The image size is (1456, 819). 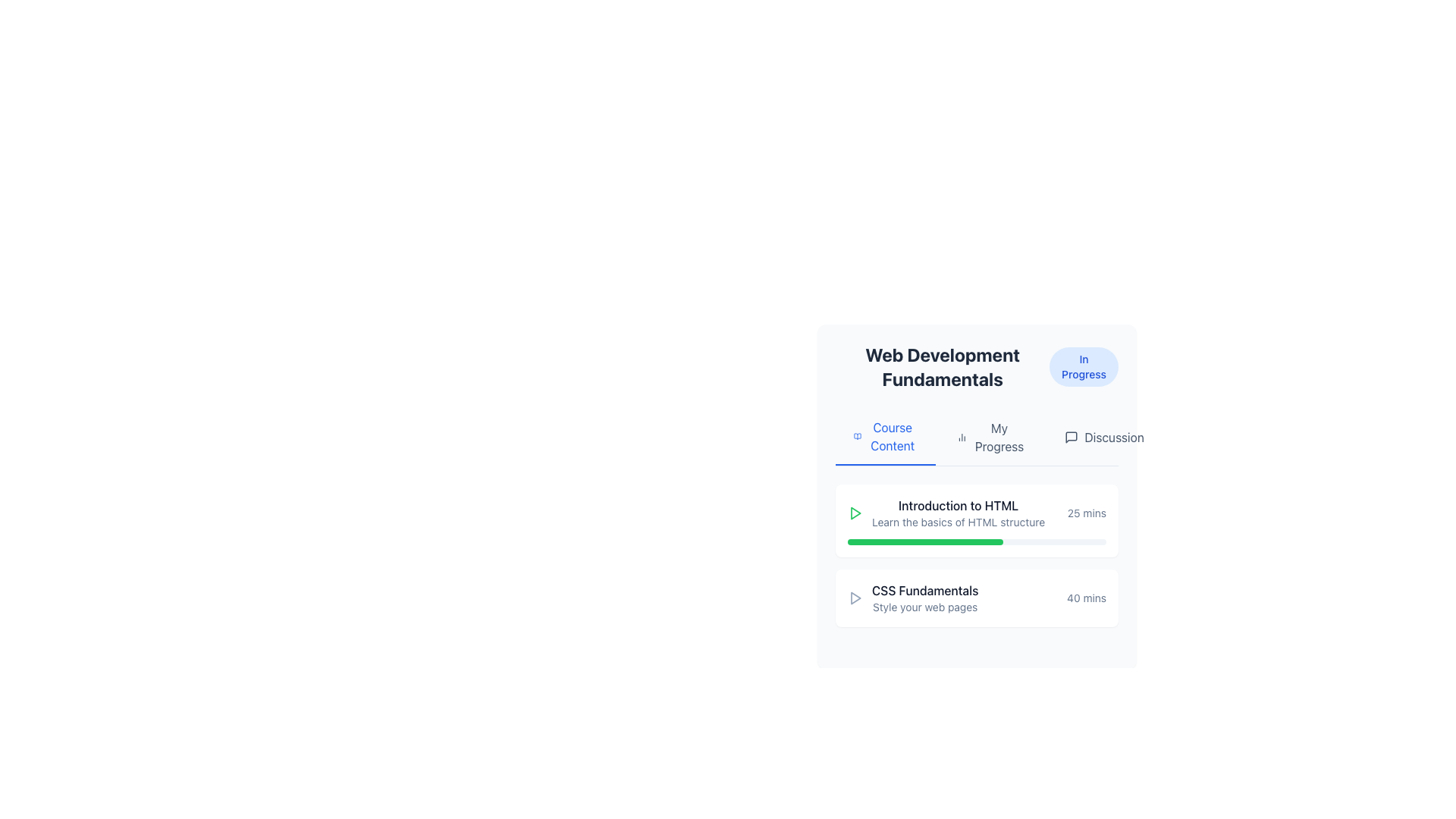 What do you see at coordinates (855, 513) in the screenshot?
I see `the green triangular play icon` at bounding box center [855, 513].